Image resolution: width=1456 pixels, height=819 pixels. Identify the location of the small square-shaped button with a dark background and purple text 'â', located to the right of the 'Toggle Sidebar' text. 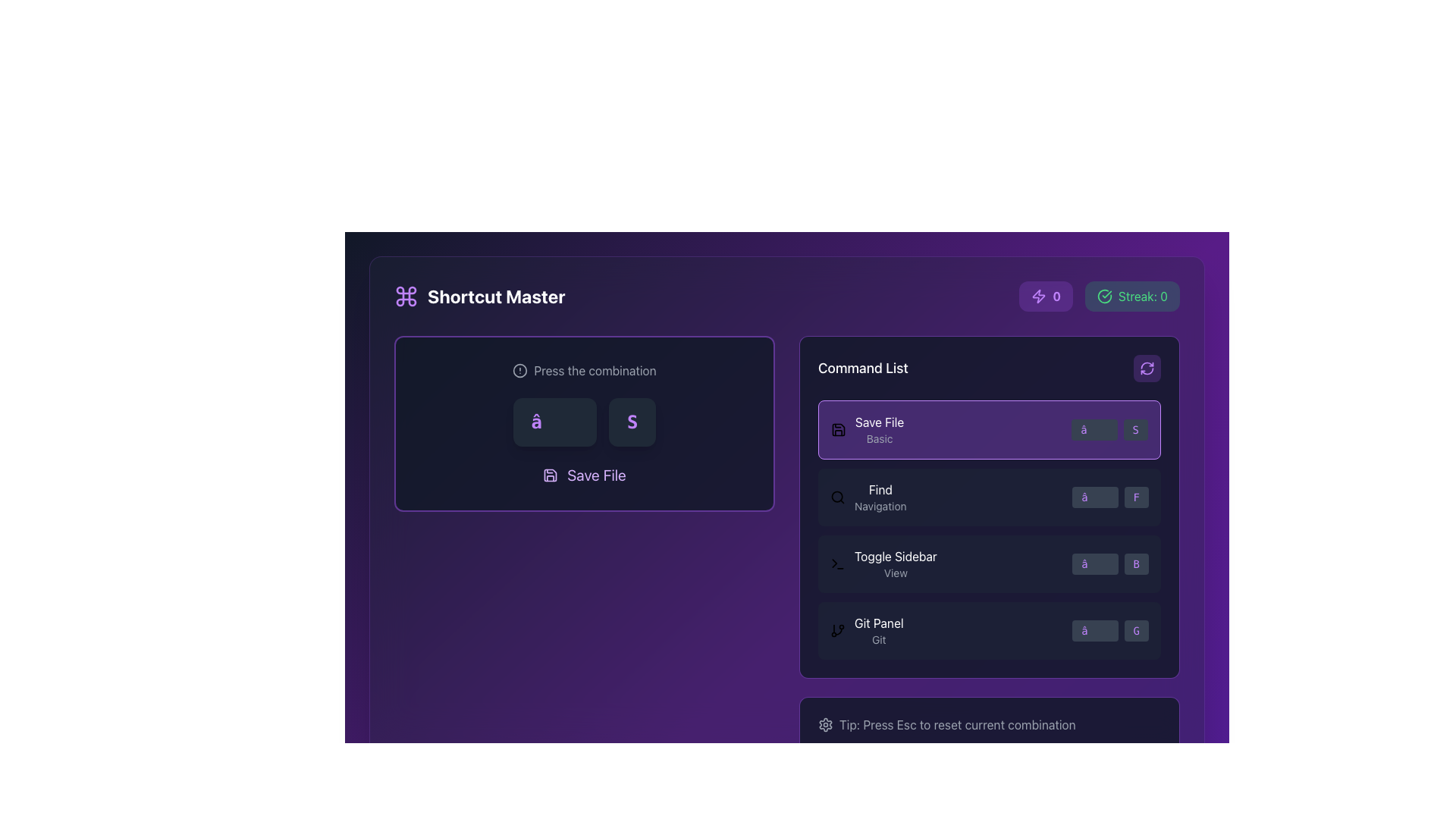
(1095, 564).